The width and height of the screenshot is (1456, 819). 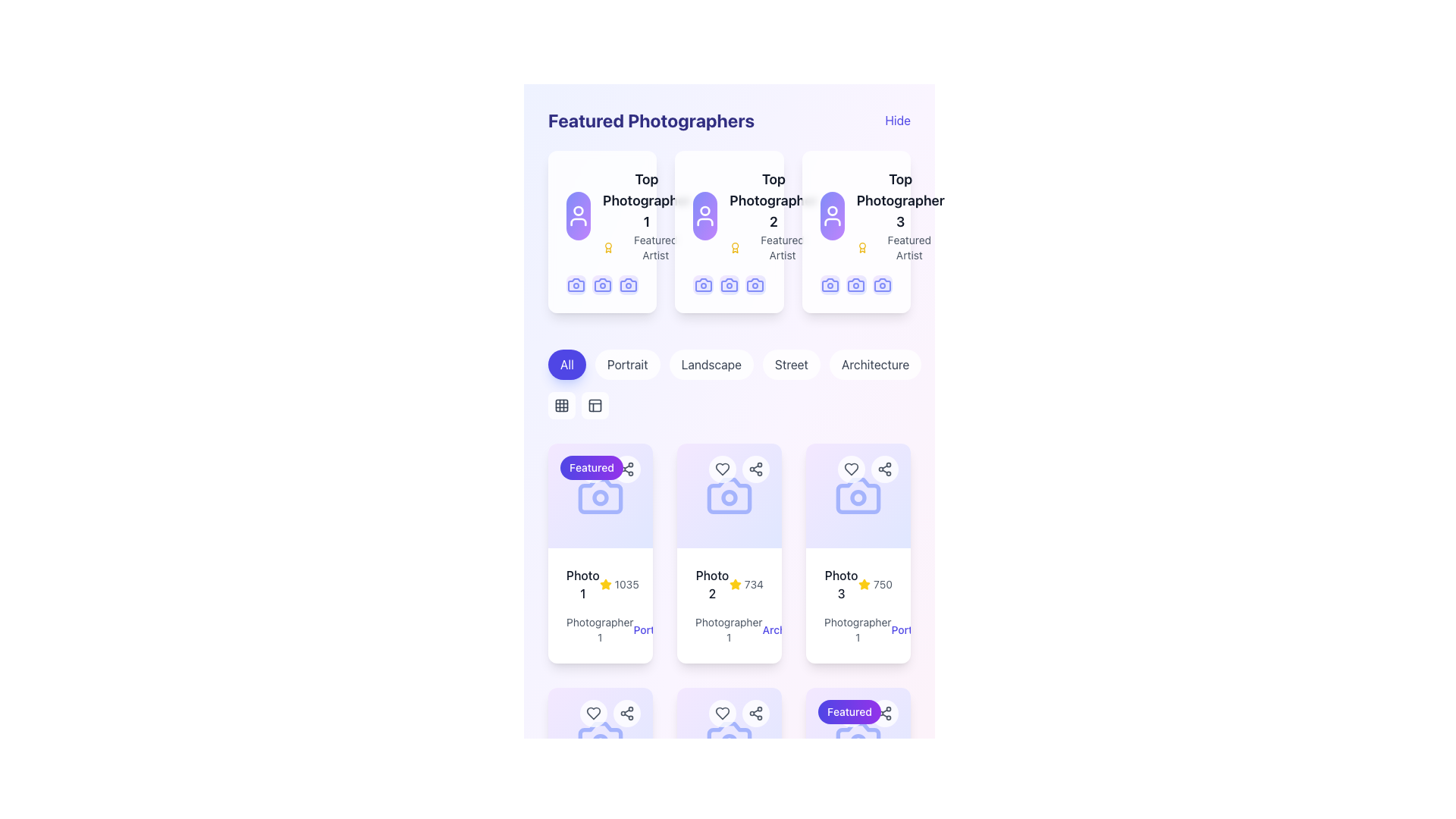 What do you see at coordinates (578, 216) in the screenshot?
I see `the details of the circular Avatar/Icon with a gradient background located in the first column under 'Featured Photographers', above the text 'Top Photographer 1'` at bounding box center [578, 216].